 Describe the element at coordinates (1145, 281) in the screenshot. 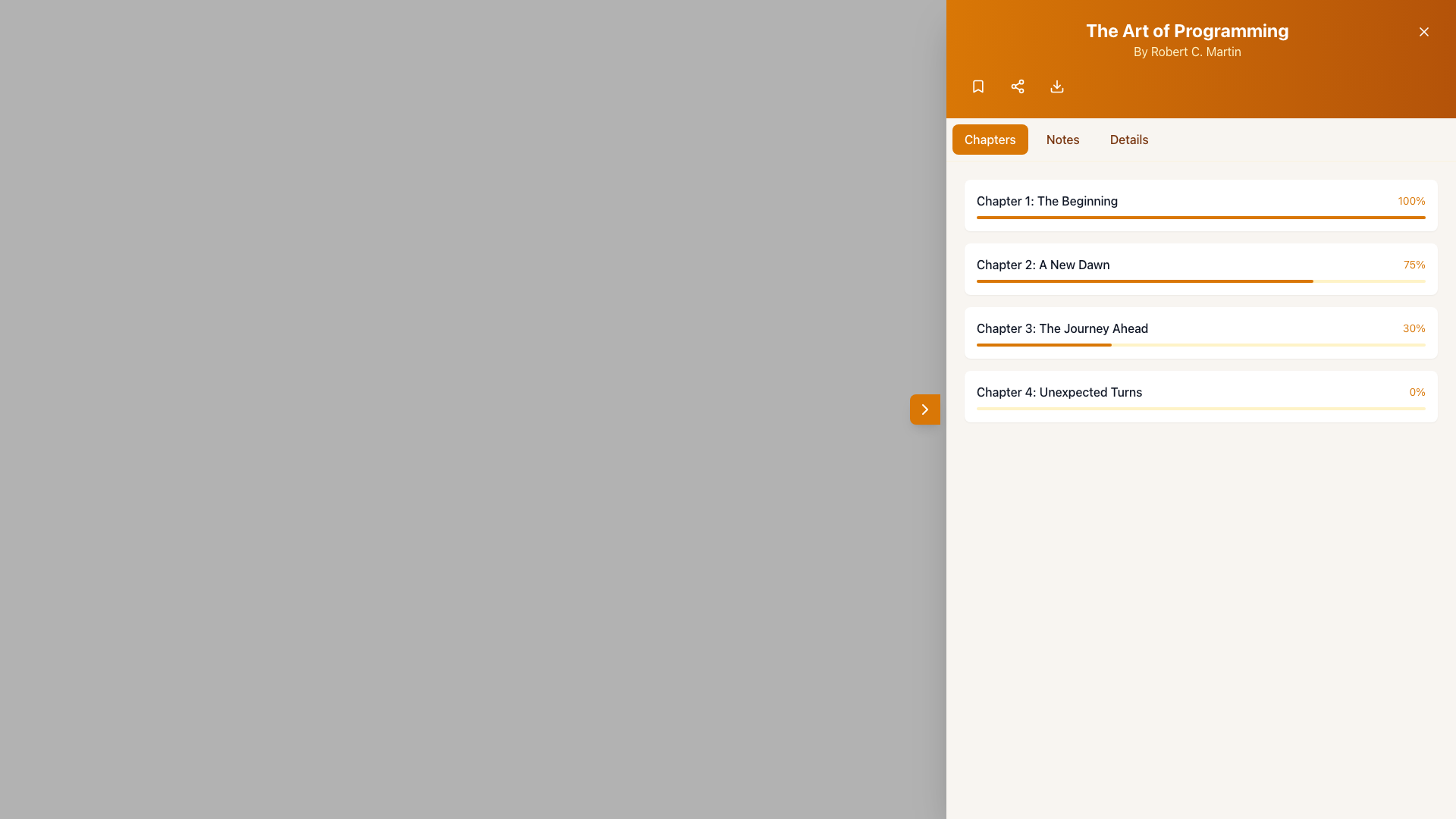

I see `the filled progress bar segment representing 75% progress under the label 'Chapter 2: A New Dawn' in the 'Chapters' list` at that location.